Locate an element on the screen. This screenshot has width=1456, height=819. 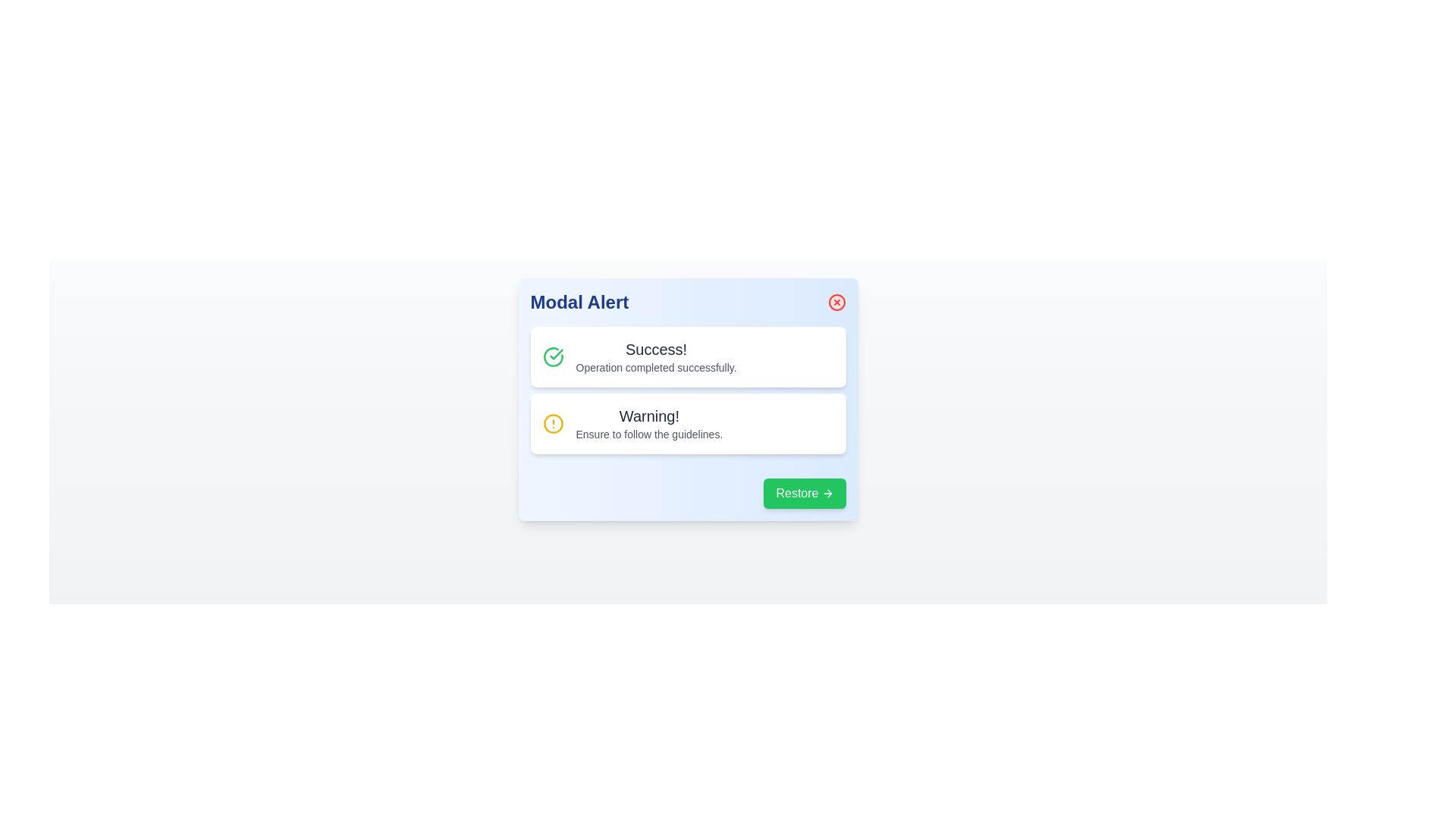
the right arrow icon next to the 'Restore' label on the green rectangular button at the bottom-right corner of the modal is located at coordinates (827, 494).